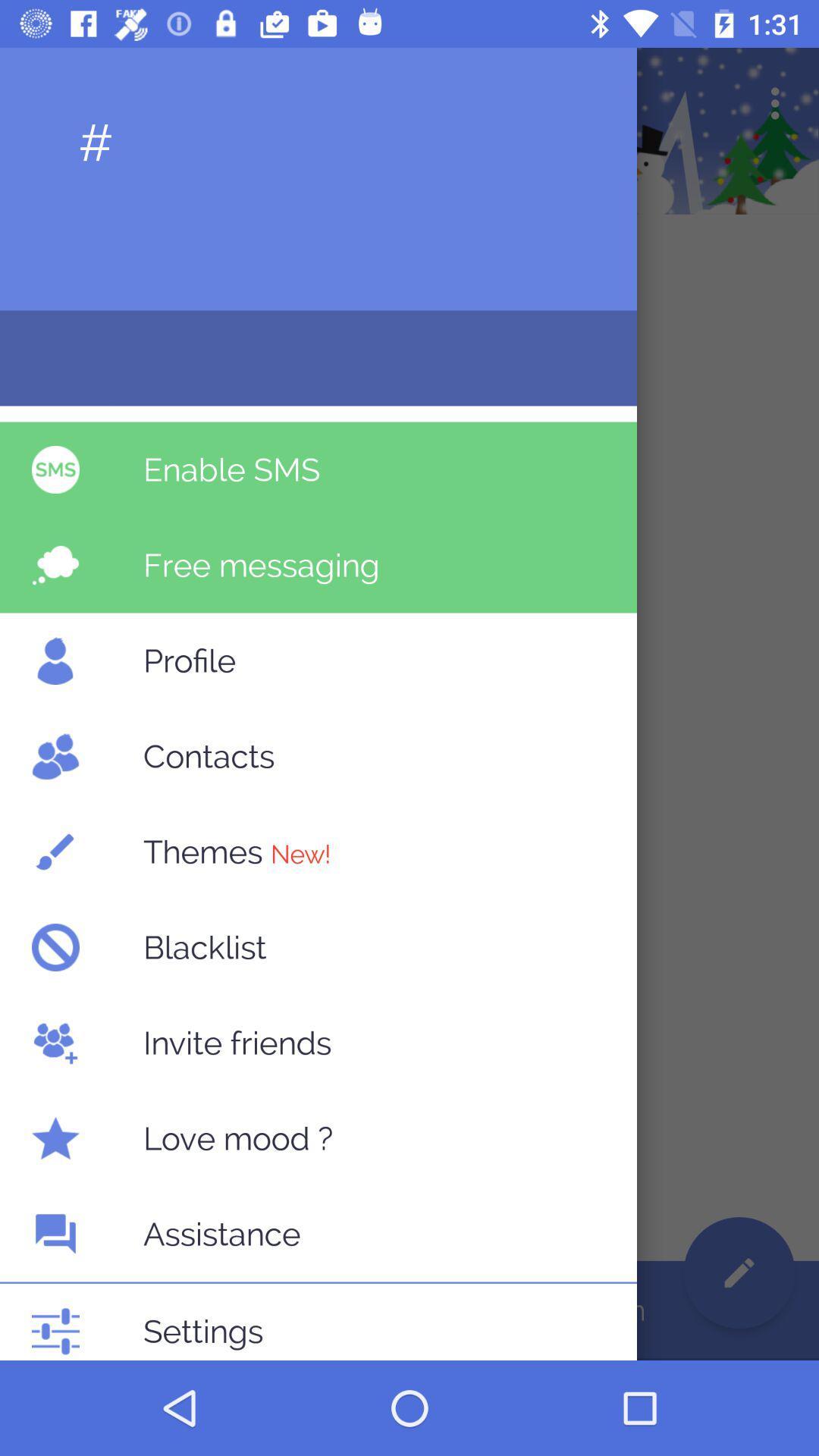 The width and height of the screenshot is (819, 1456). What do you see at coordinates (55, 1042) in the screenshot?
I see `icon left to the text invite friends` at bounding box center [55, 1042].